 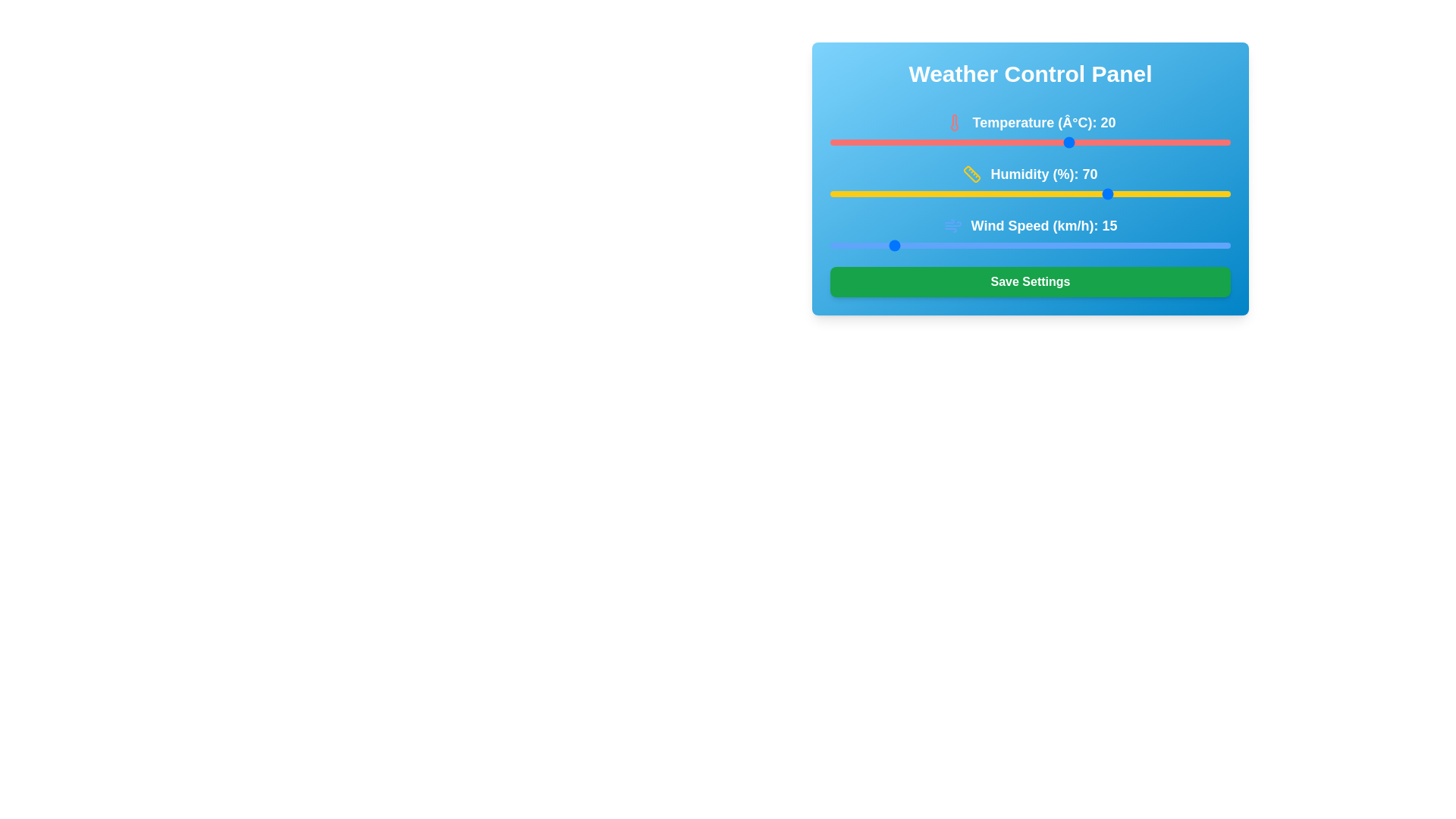 What do you see at coordinates (953, 122) in the screenshot?
I see `the vertical thermometer icon in the top-left part of the 'Weather Control Panel', styled with red and white colors, located next to 'Temperature (°C): 20'` at bounding box center [953, 122].